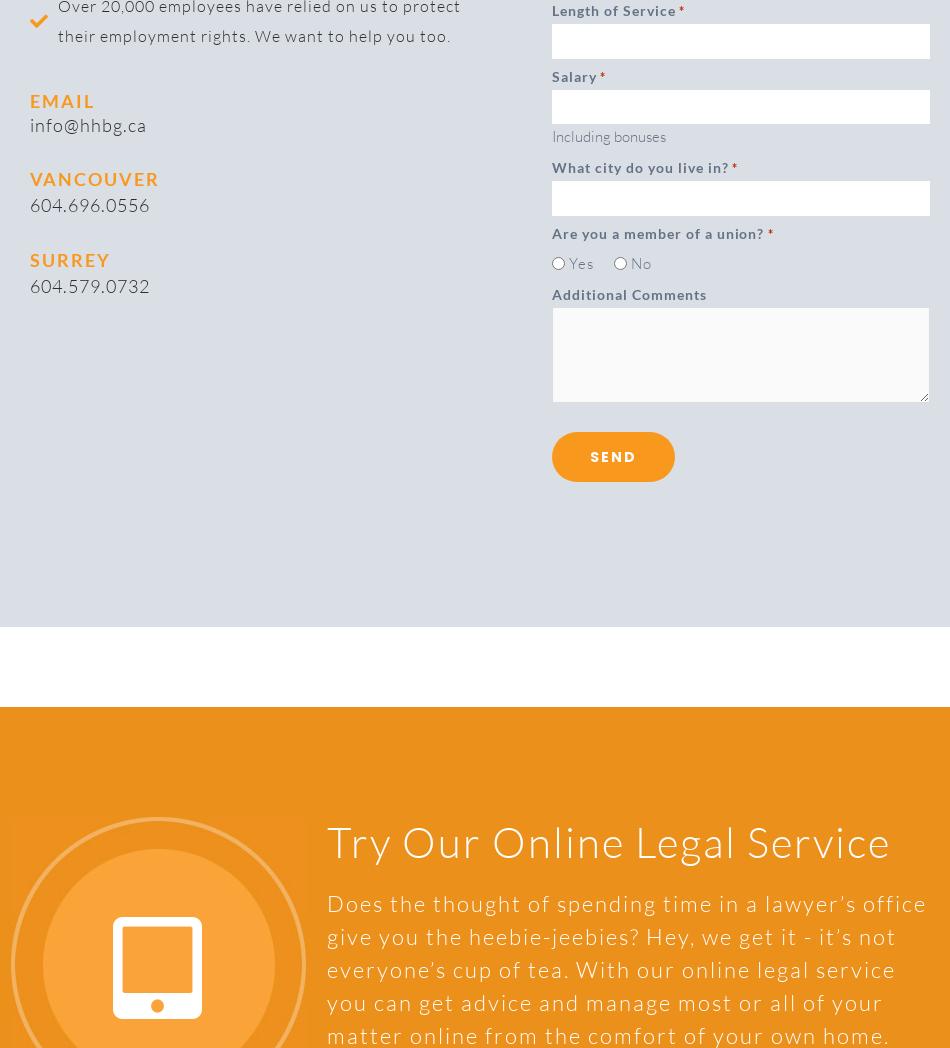 This screenshot has height=1048, width=950. Describe the element at coordinates (640, 166) in the screenshot. I see `'What city do you live in?'` at that location.